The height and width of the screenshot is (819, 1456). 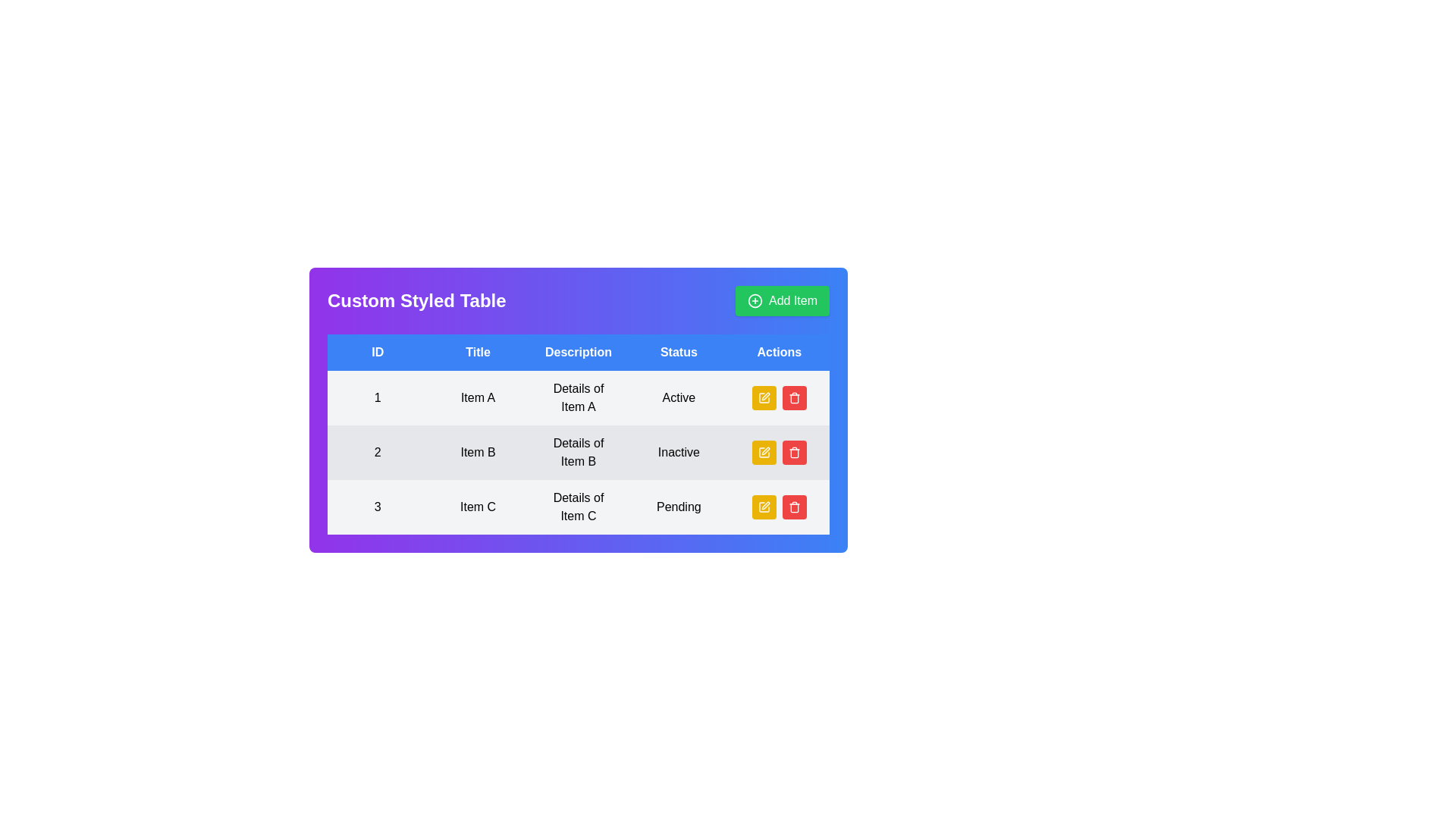 What do you see at coordinates (793, 452) in the screenshot?
I see `the delete button with an icon in the 'Actions' column of the table row corresponding to Item B` at bounding box center [793, 452].